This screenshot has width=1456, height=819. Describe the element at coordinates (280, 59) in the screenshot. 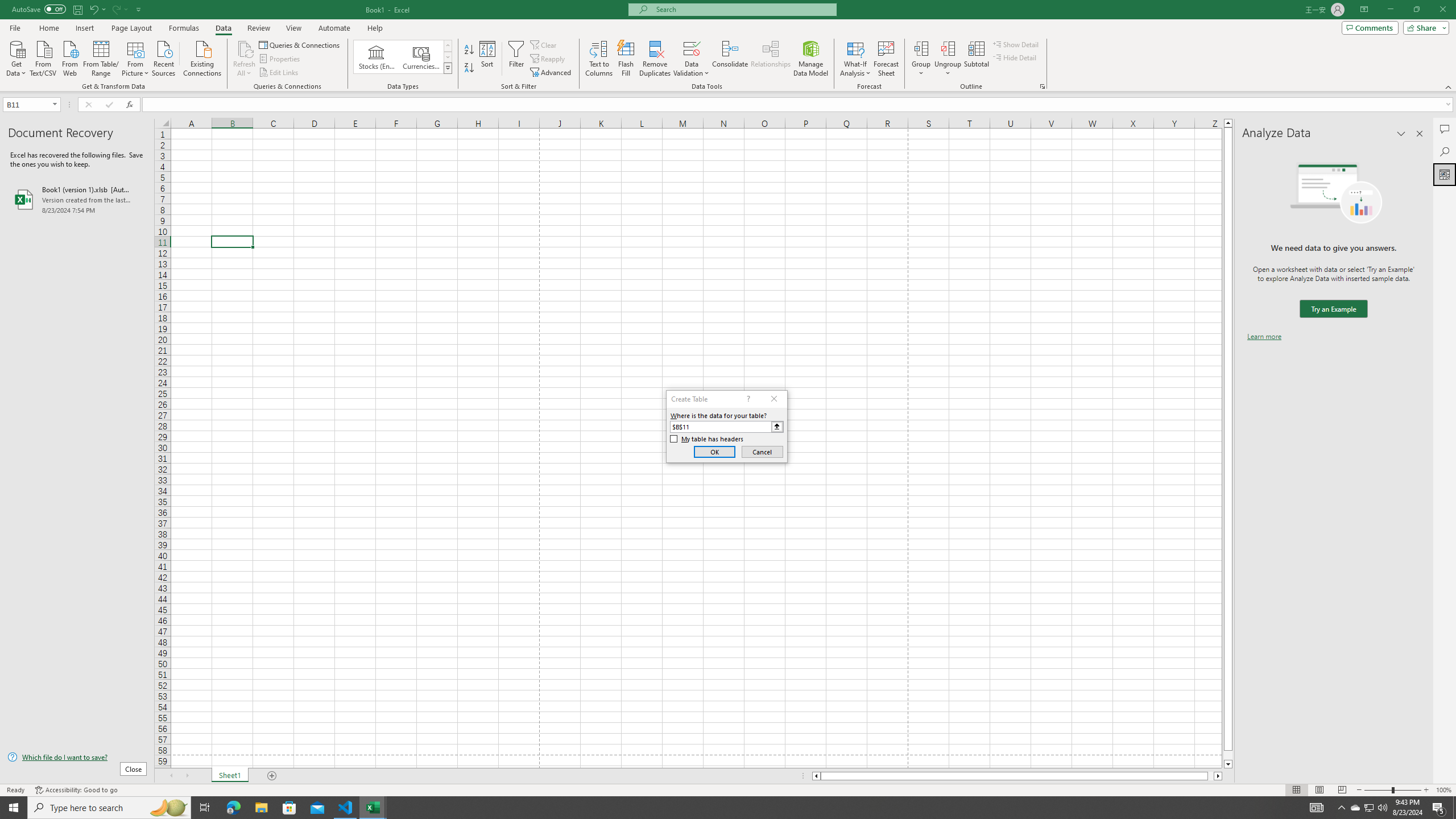

I see `'Properties'` at that location.